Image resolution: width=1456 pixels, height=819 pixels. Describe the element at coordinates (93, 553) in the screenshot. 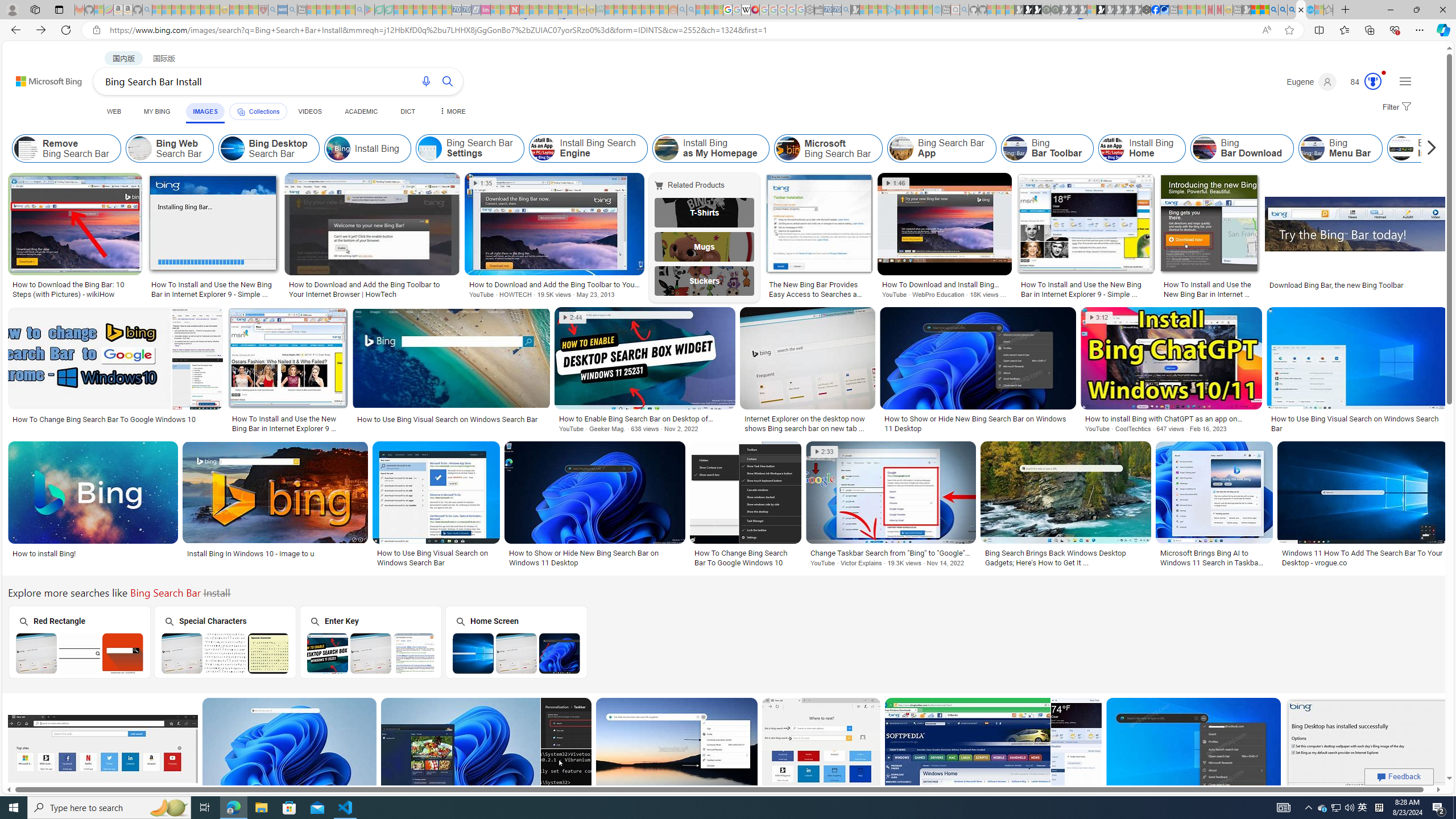

I see `'How to install Bing!'` at that location.